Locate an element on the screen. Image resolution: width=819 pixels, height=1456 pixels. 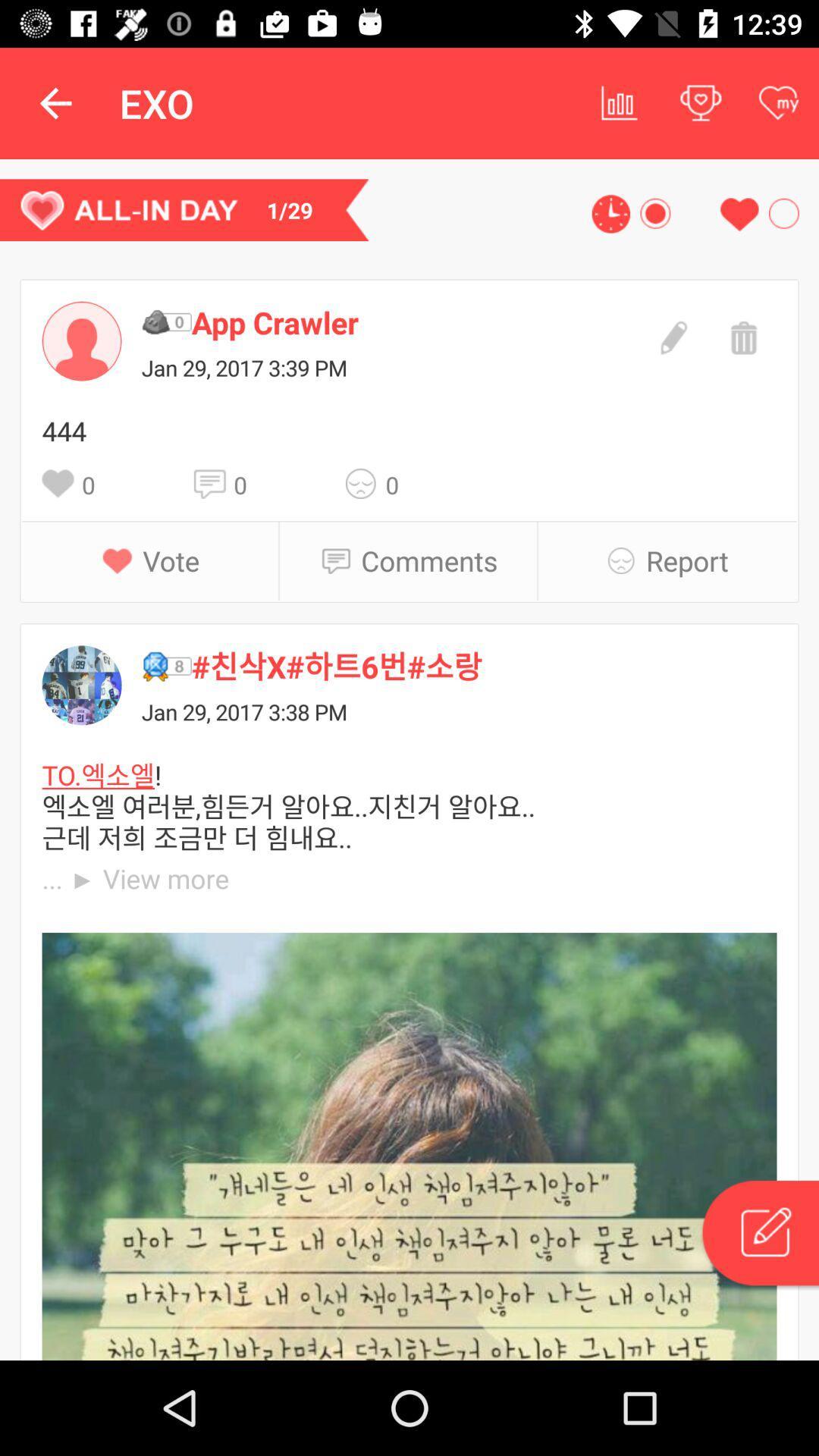
profile pick is located at coordinates (82, 340).